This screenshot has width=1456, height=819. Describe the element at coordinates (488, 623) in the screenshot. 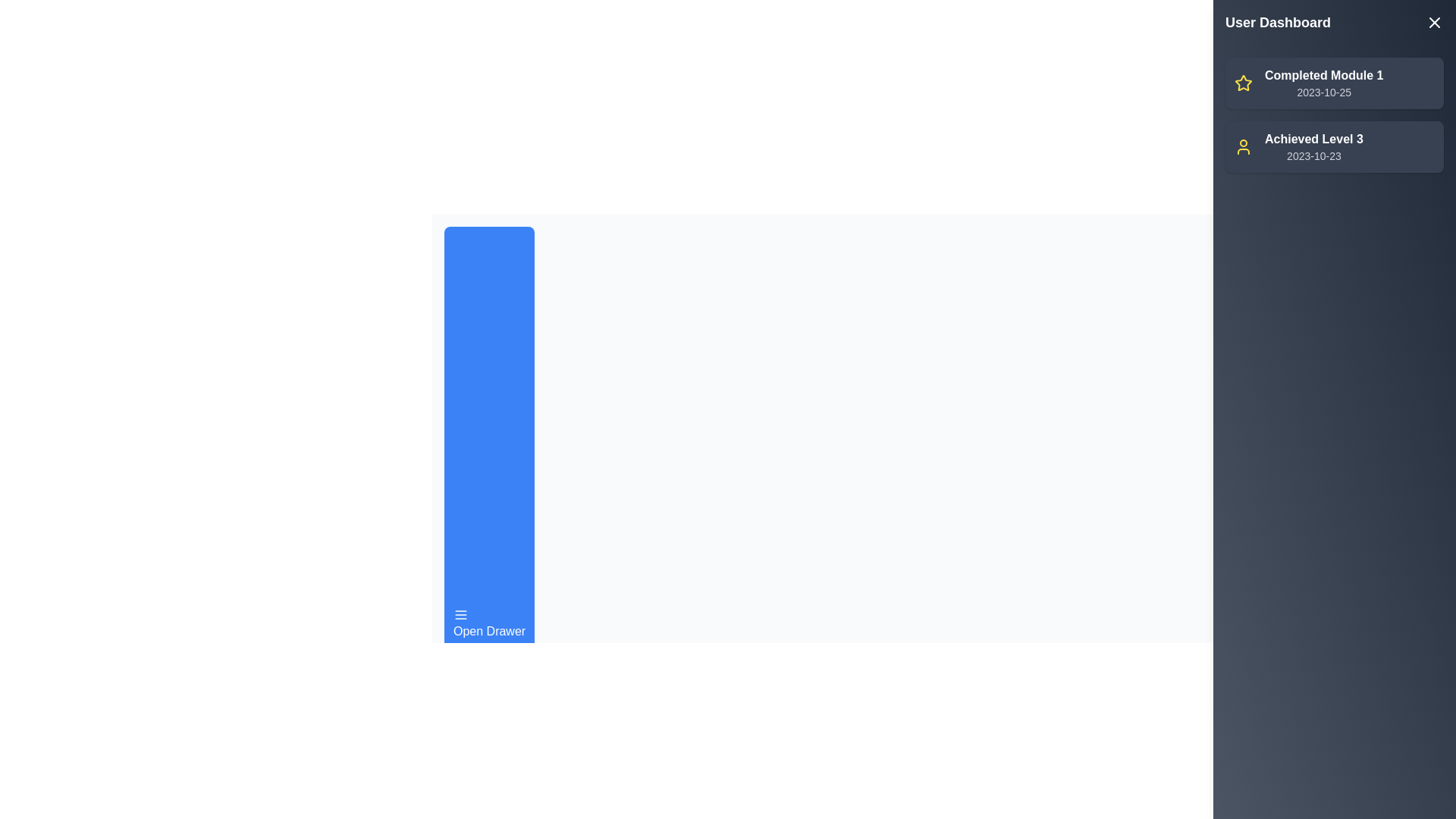

I see `'Open Drawer' button to toggle the drawer state` at that location.